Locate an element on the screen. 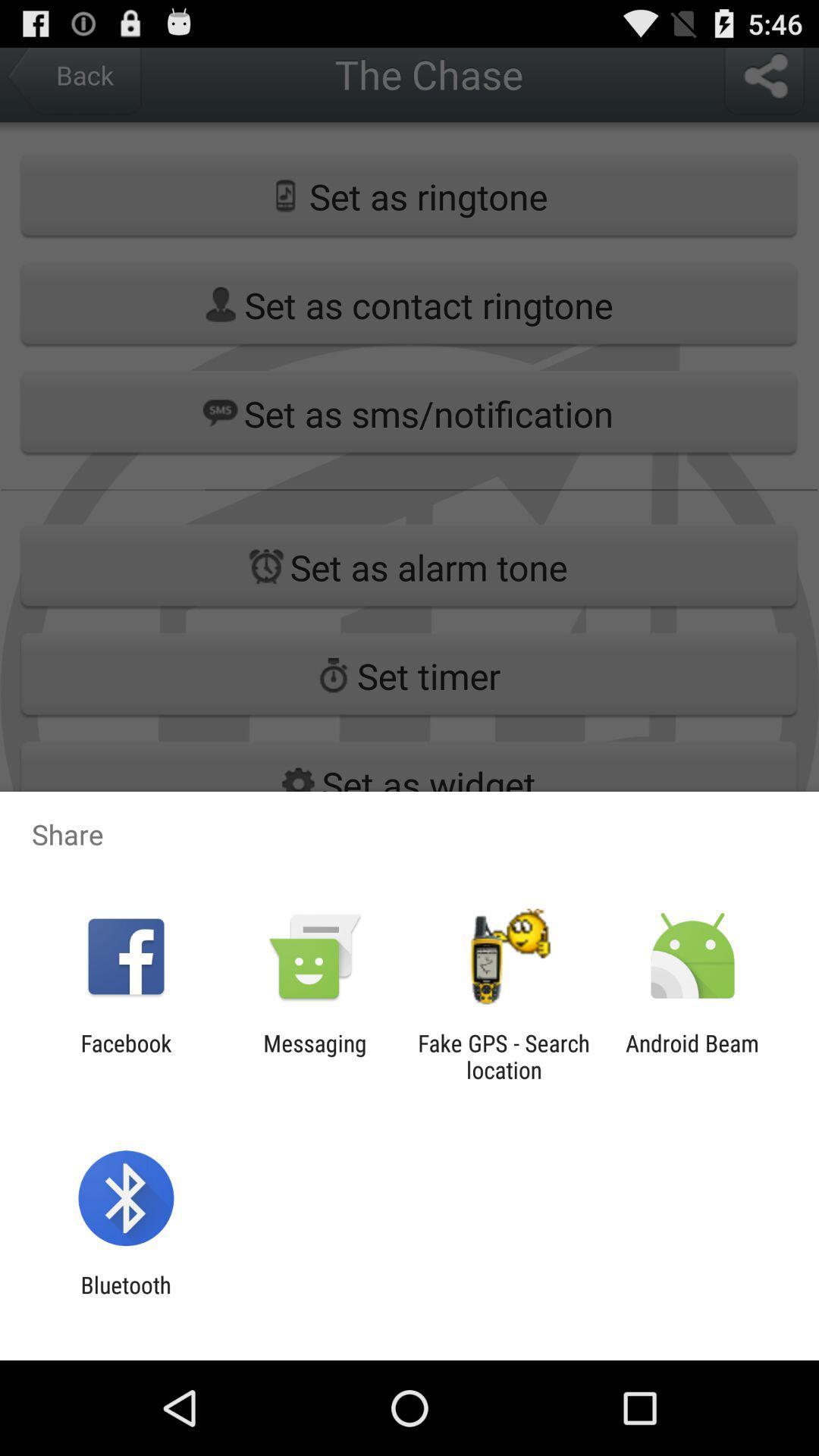 This screenshot has width=819, height=1456. icon to the right of the messaging icon is located at coordinates (504, 1056).